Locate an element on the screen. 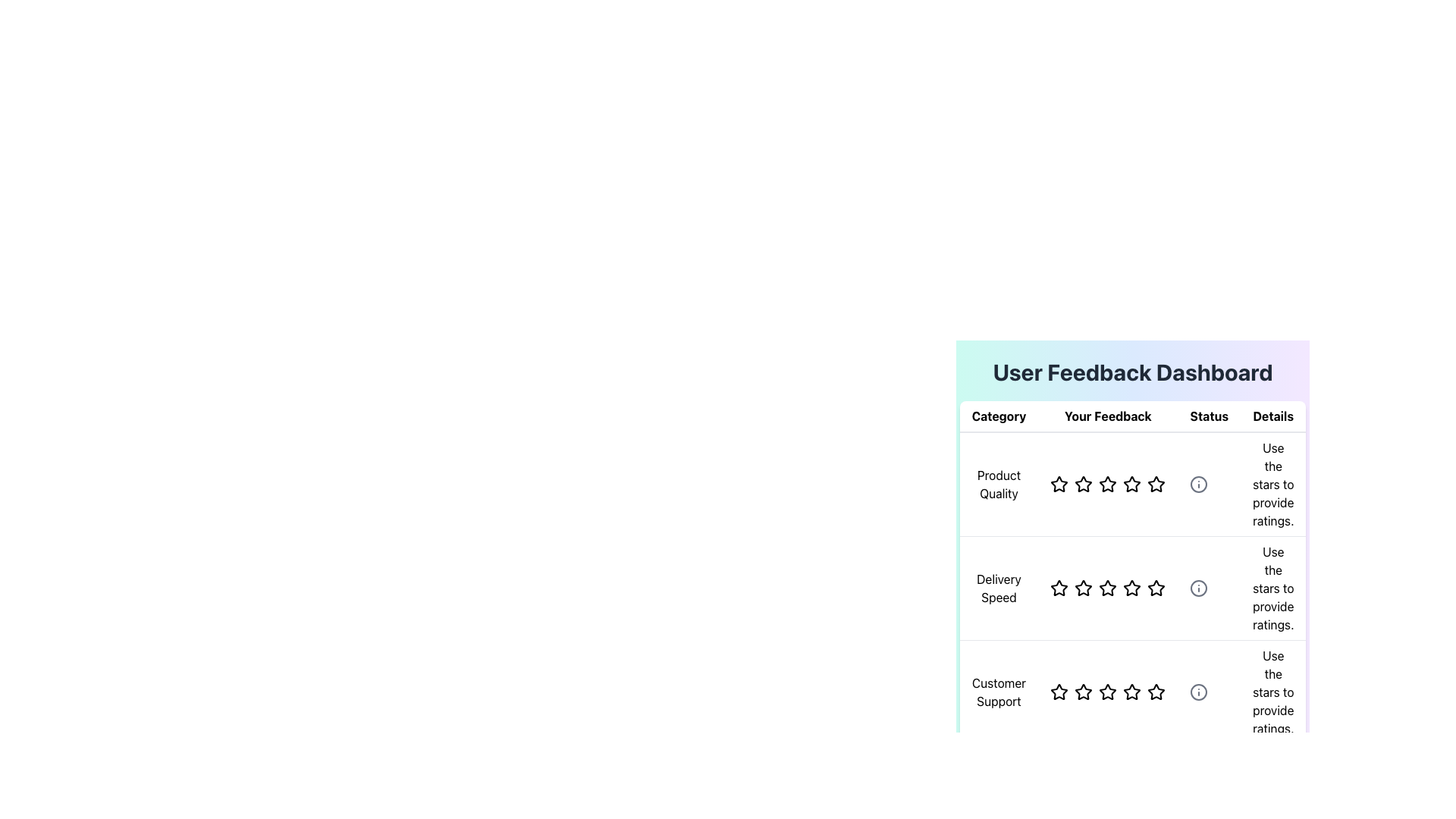 This screenshot has height=819, width=1456. the third star in the row of five stars for the 'Product Quality' rating under 'Your Feedback' is located at coordinates (1108, 485).